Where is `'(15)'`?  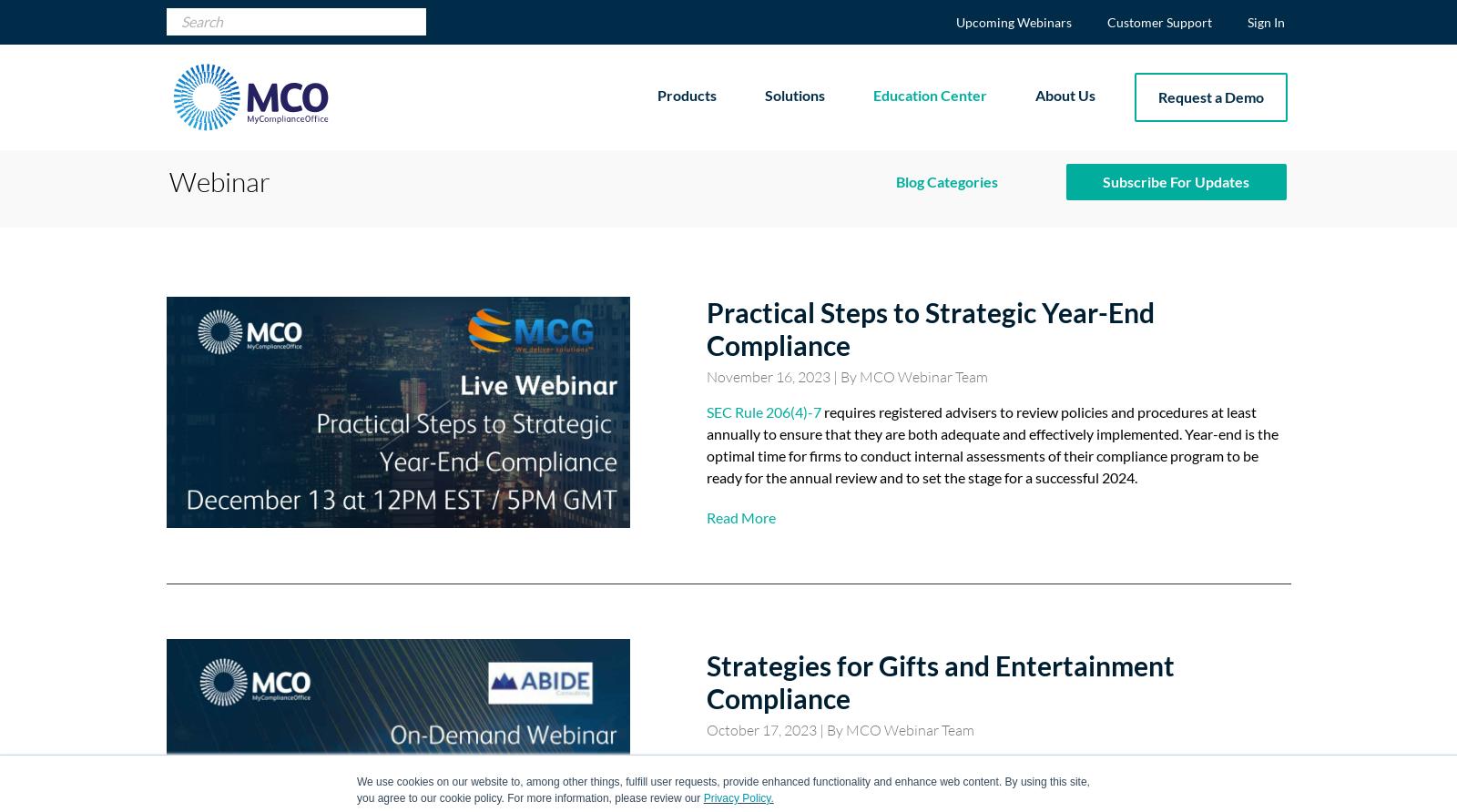 '(15)' is located at coordinates (946, 267).